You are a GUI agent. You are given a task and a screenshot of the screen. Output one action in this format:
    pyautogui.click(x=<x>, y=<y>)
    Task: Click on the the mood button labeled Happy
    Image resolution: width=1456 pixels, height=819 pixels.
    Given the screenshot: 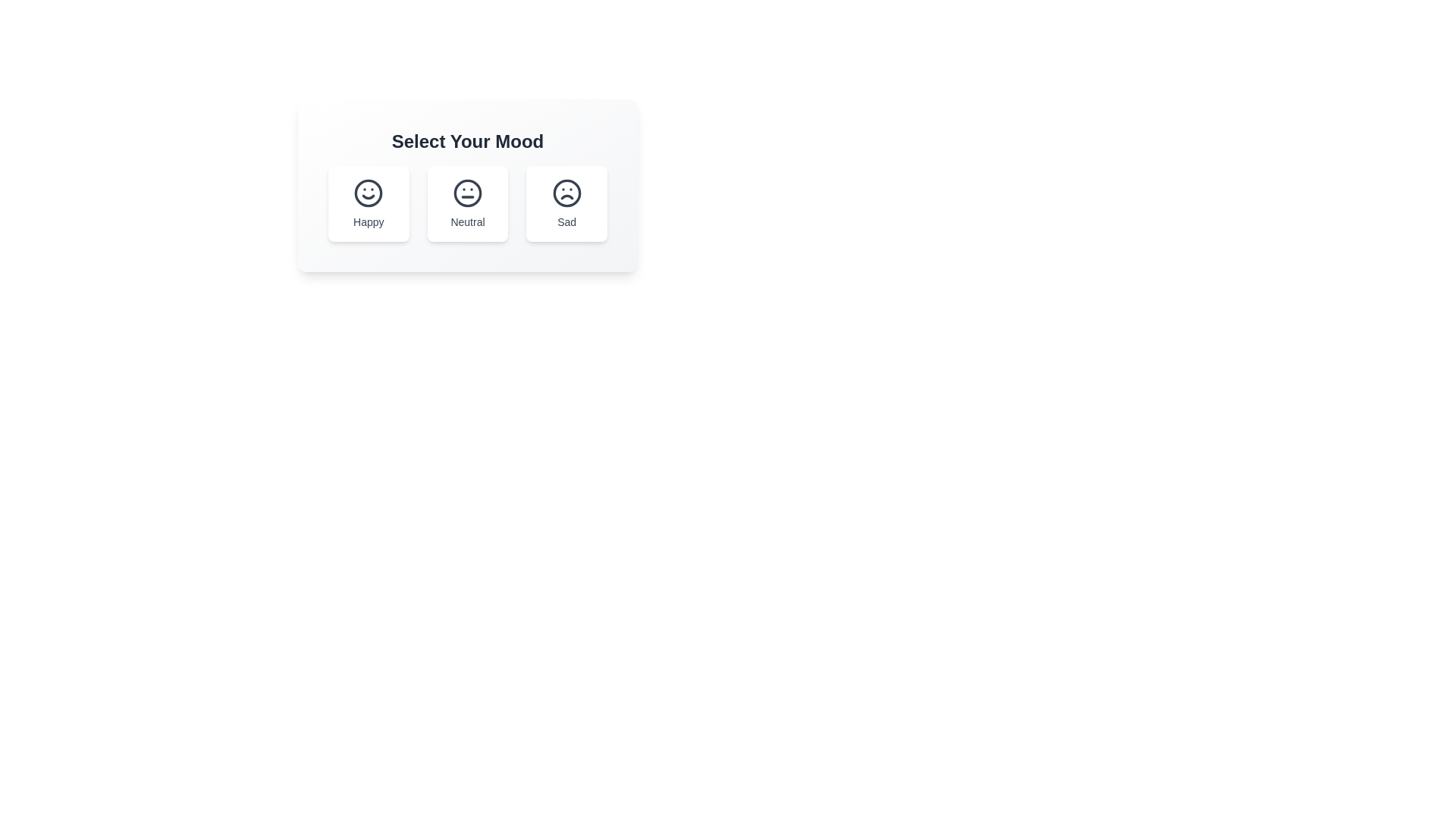 What is the action you would take?
    pyautogui.click(x=368, y=203)
    